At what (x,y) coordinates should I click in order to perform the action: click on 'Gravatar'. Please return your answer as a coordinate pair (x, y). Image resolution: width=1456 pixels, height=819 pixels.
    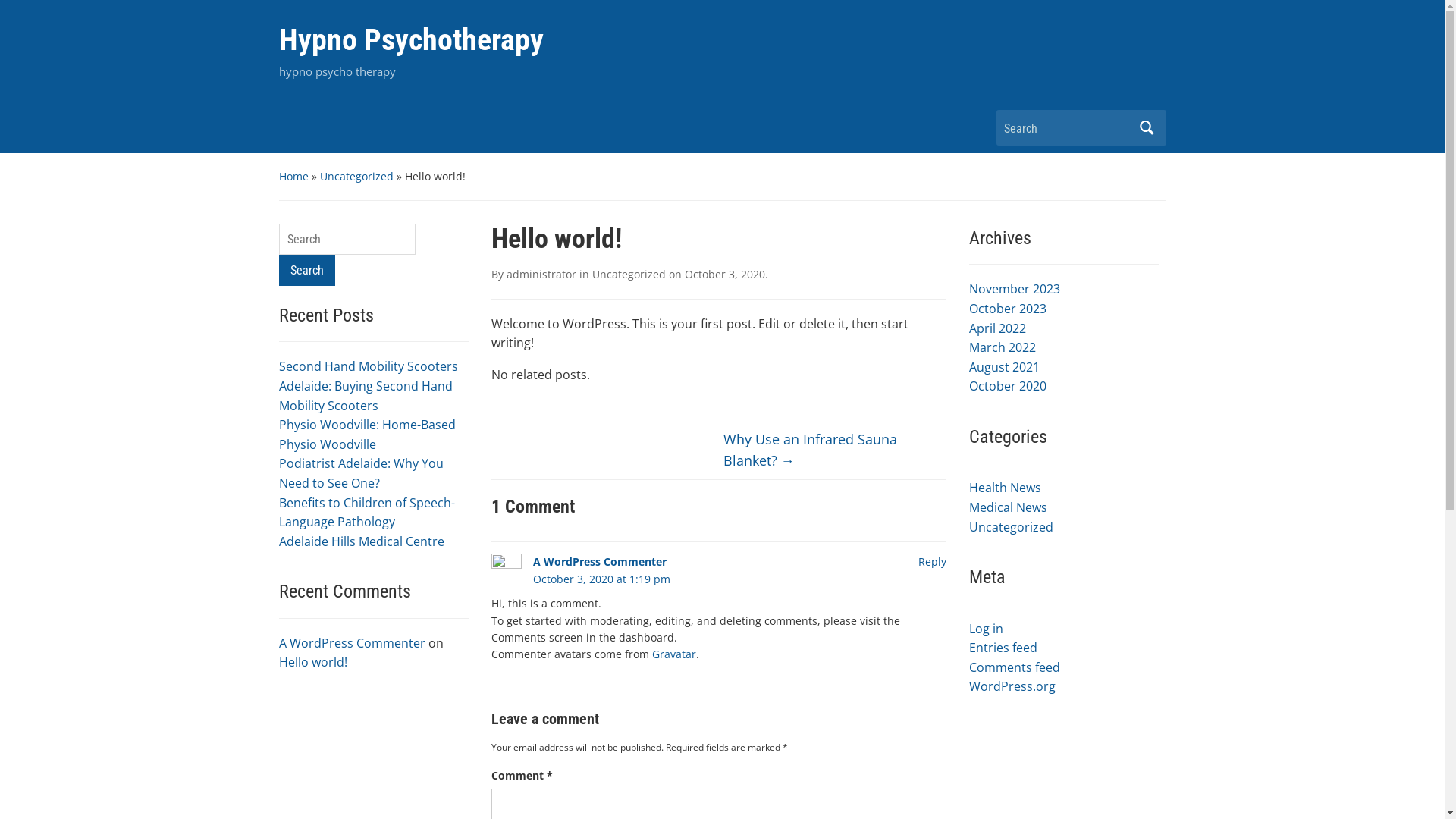
    Looking at the image, I should click on (673, 653).